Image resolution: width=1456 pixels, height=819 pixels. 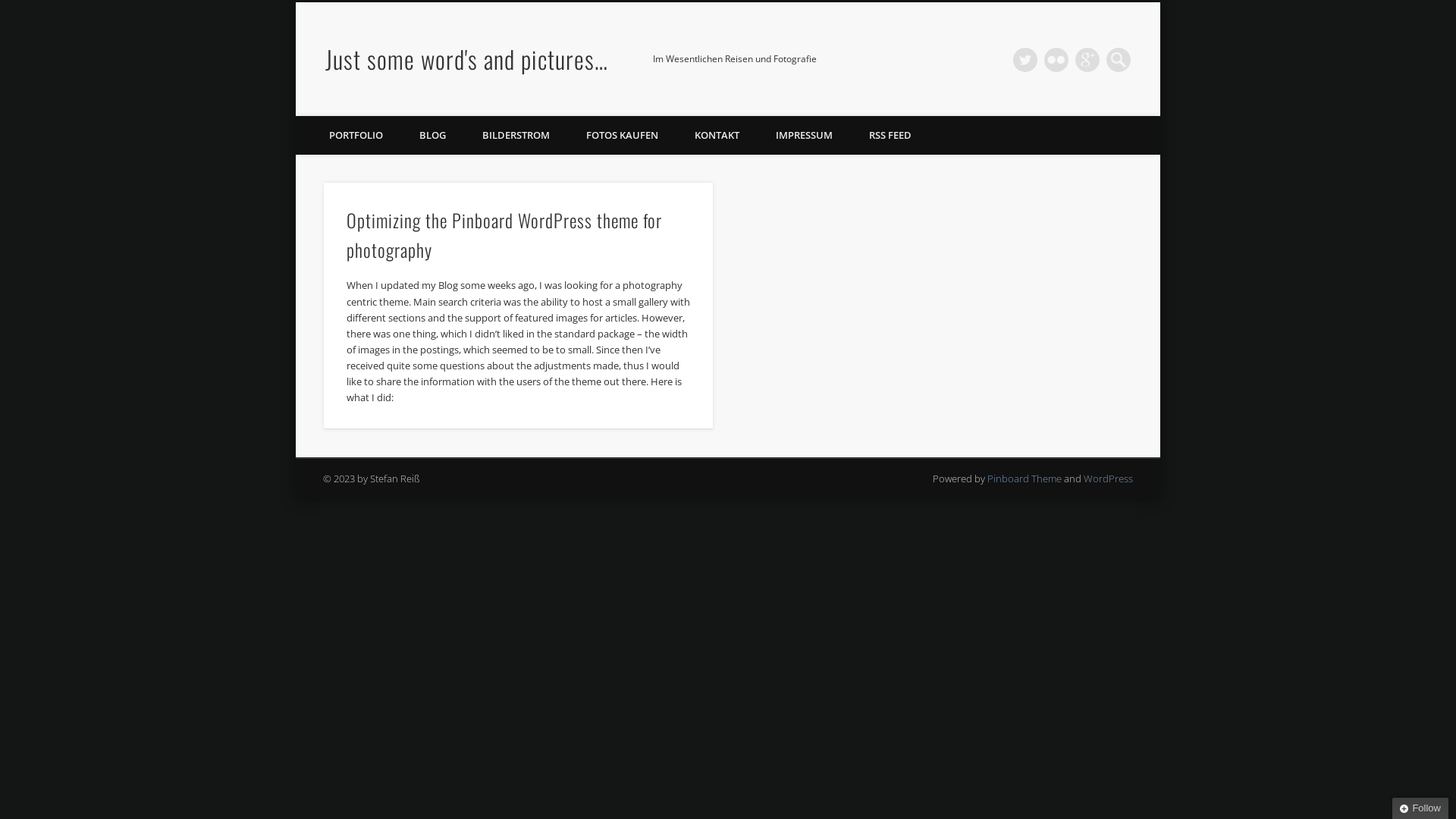 What do you see at coordinates (516, 134) in the screenshot?
I see `'BILDERSTROM'` at bounding box center [516, 134].